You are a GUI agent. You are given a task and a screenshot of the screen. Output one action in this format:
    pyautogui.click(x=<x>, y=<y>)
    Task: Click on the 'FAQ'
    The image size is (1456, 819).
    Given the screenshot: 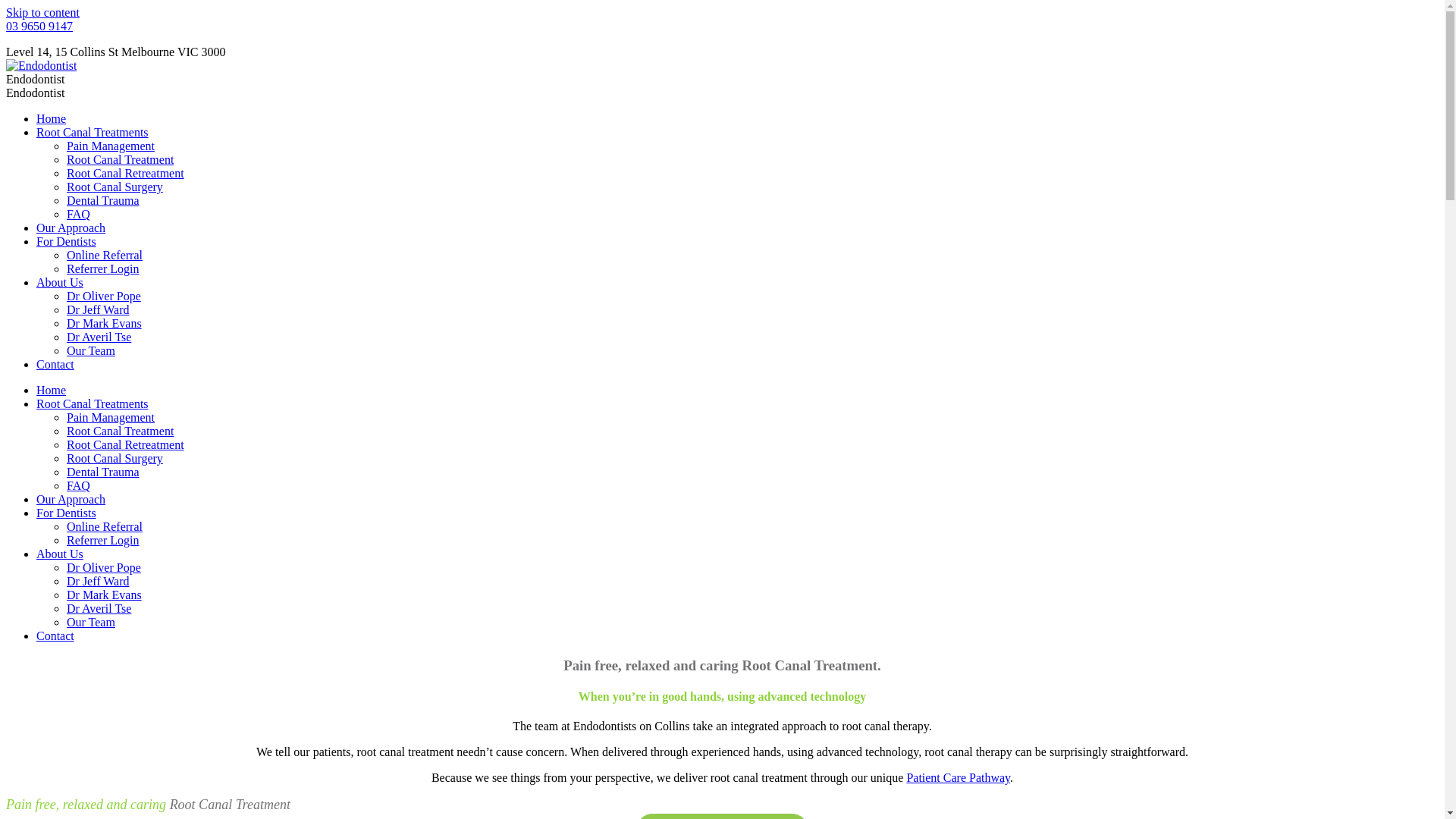 What is the action you would take?
    pyautogui.click(x=77, y=214)
    